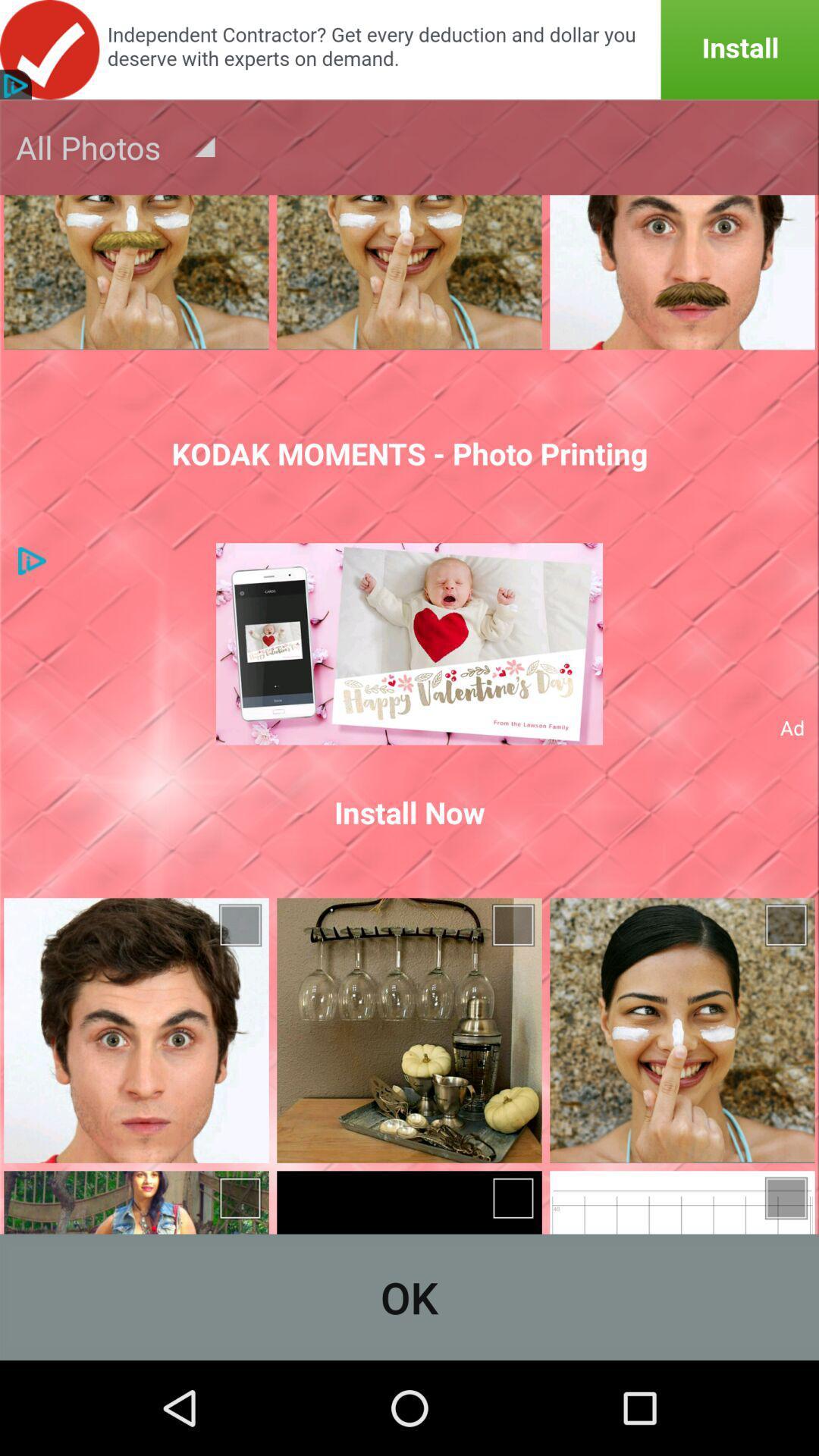  What do you see at coordinates (409, 644) in the screenshot?
I see `icon above the install now` at bounding box center [409, 644].